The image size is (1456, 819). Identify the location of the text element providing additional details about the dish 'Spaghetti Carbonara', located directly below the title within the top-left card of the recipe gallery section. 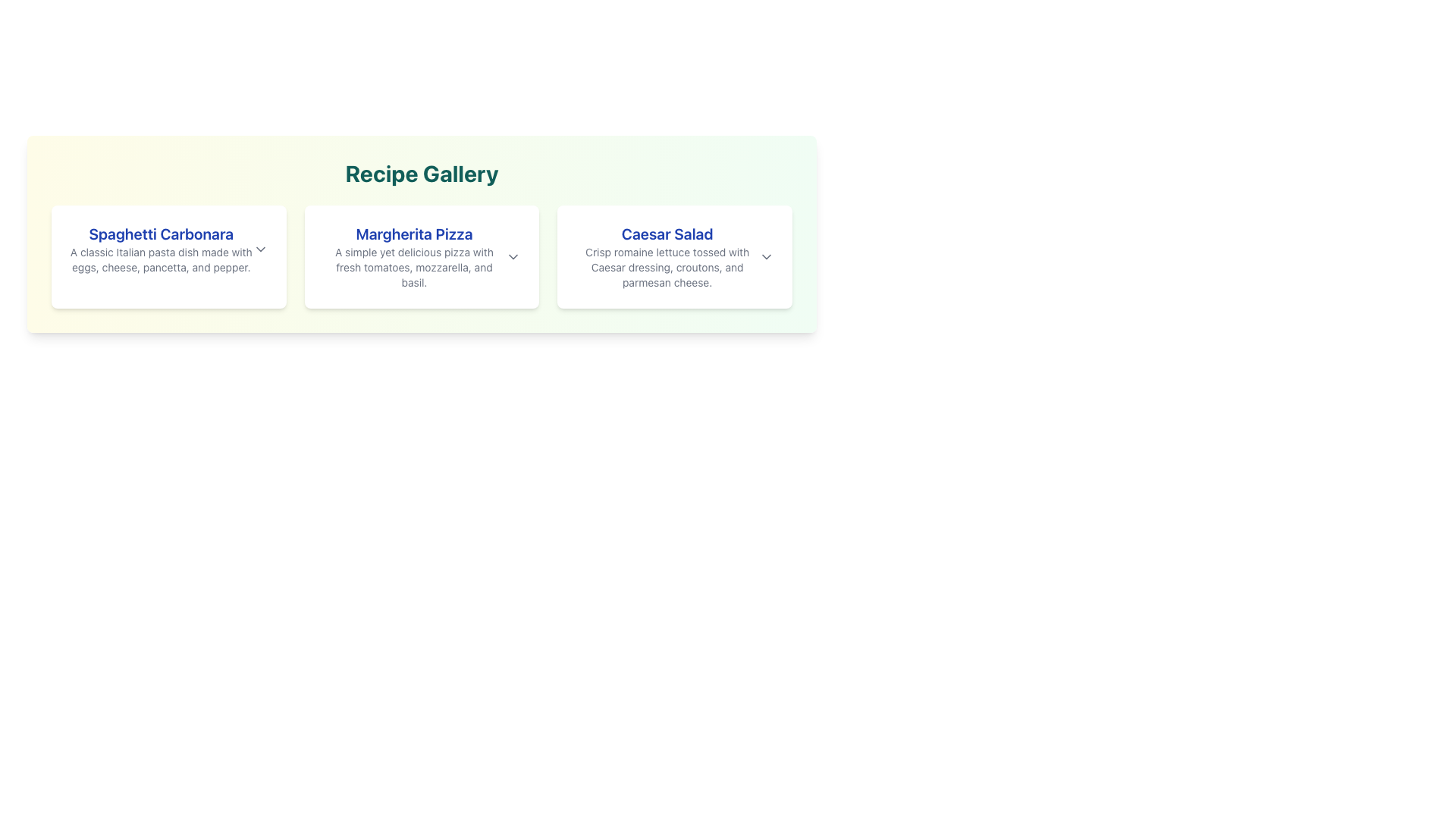
(161, 259).